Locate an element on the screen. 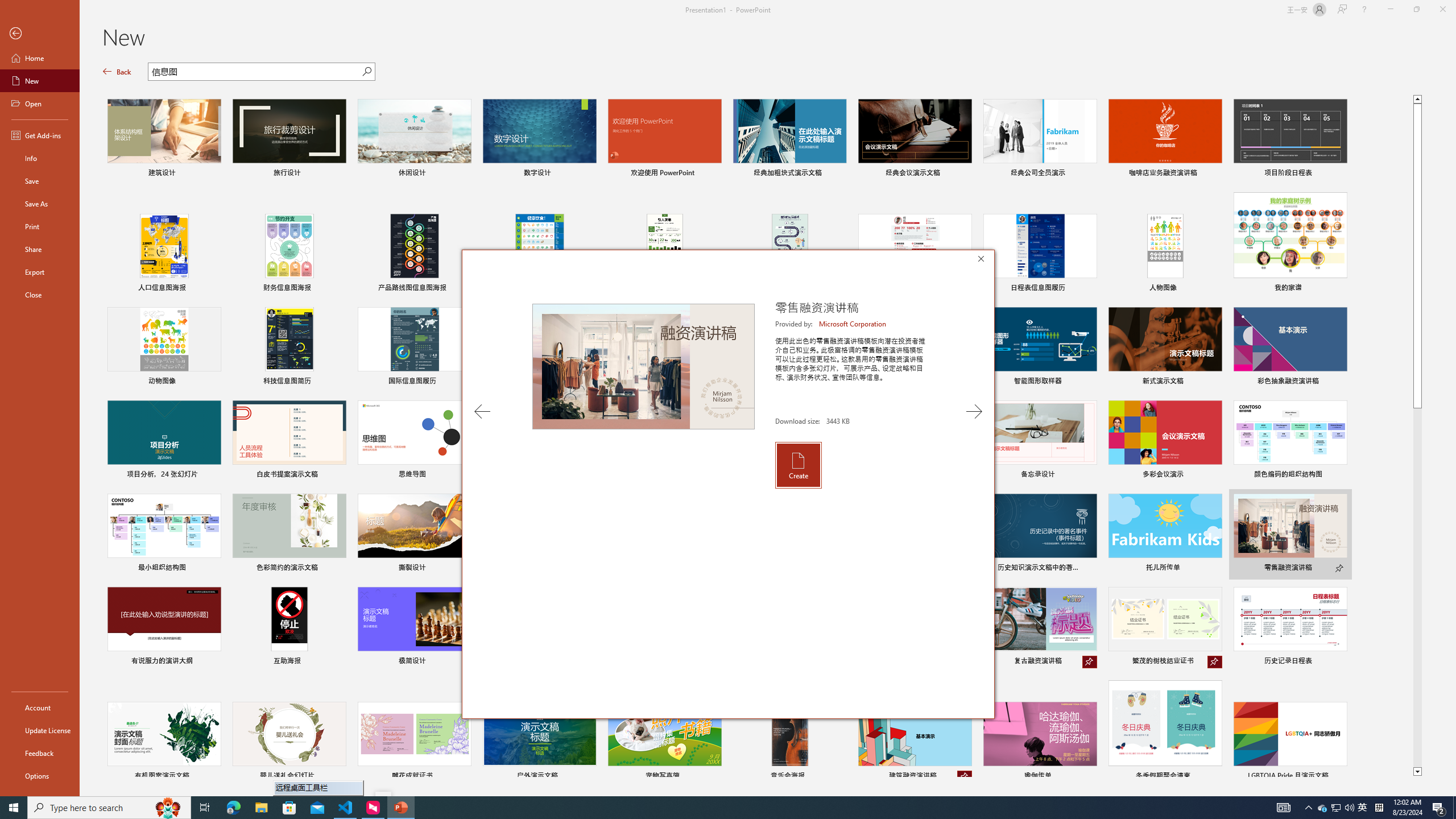 This screenshot has height=819, width=1456. 'Microsoft Corporation' is located at coordinates (853, 323).